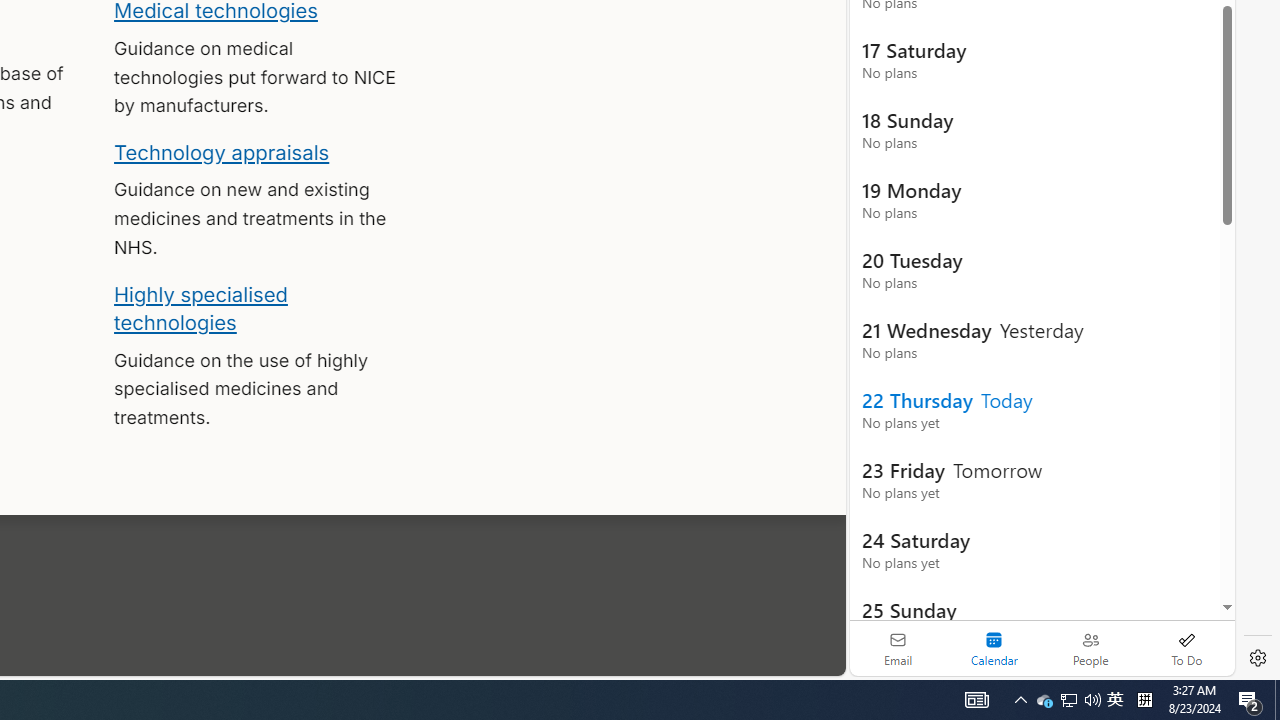 The width and height of the screenshot is (1280, 720). What do you see at coordinates (200, 308) in the screenshot?
I see `'Highly specialised technologies'` at bounding box center [200, 308].